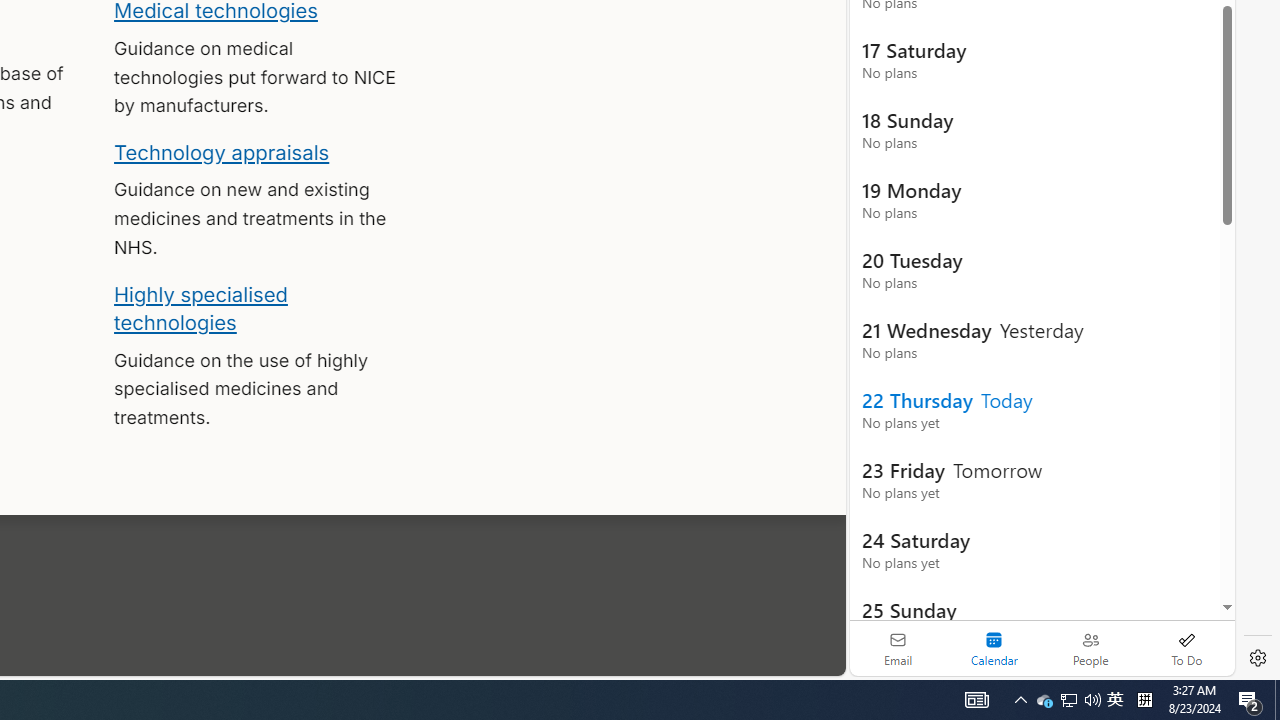 The width and height of the screenshot is (1280, 720). What do you see at coordinates (200, 308) in the screenshot?
I see `'Highly specialised technologies'` at bounding box center [200, 308].